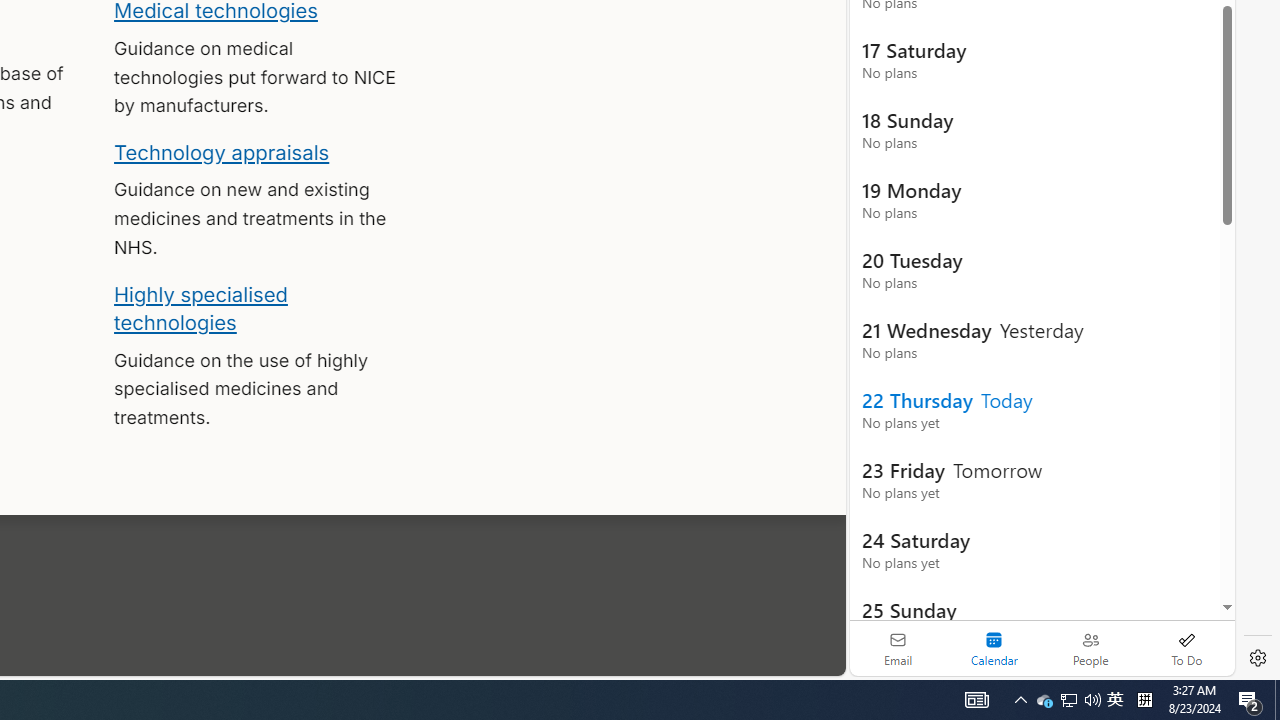 The width and height of the screenshot is (1280, 720). What do you see at coordinates (200, 308) in the screenshot?
I see `'Highly specialised technologies'` at bounding box center [200, 308].